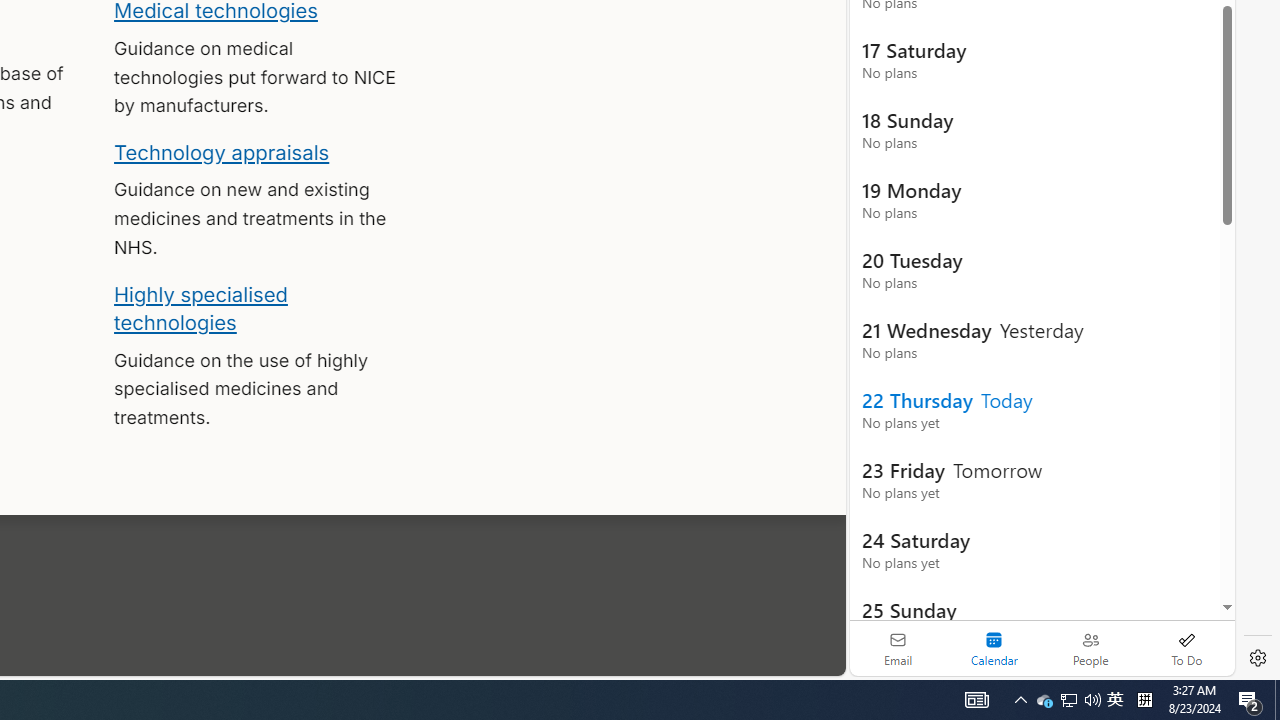 The width and height of the screenshot is (1280, 720). What do you see at coordinates (200, 308) in the screenshot?
I see `'Highly specialised technologies'` at bounding box center [200, 308].